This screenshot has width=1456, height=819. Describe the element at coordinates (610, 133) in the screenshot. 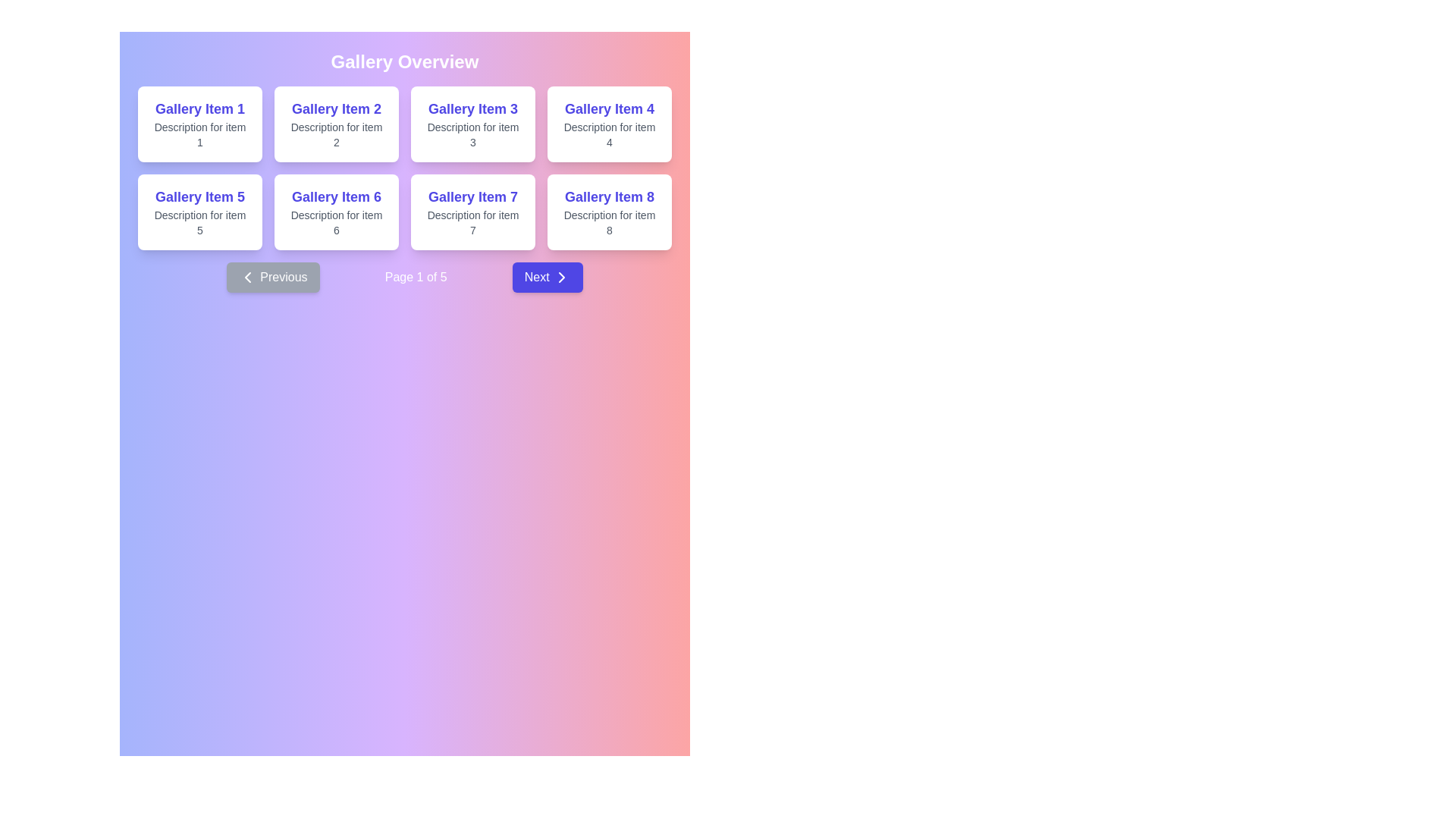

I see `the Text Label that provides additional details for the item displayed in the fourth card of the gallery, located below 'Gallery Item 4'` at that location.